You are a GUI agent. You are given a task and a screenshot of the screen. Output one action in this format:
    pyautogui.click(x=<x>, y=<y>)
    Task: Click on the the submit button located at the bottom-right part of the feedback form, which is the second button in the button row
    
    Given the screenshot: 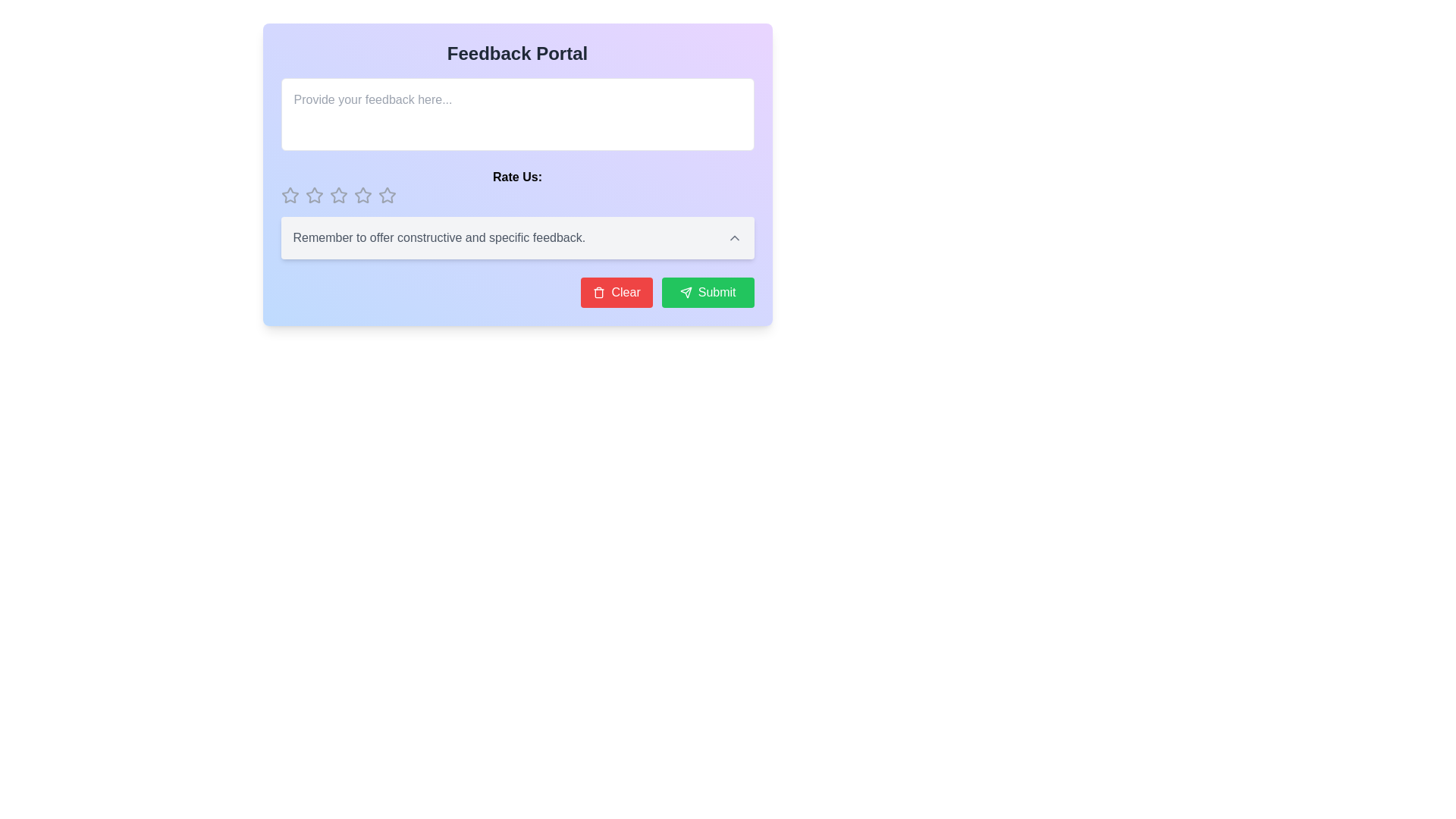 What is the action you would take?
    pyautogui.click(x=707, y=292)
    